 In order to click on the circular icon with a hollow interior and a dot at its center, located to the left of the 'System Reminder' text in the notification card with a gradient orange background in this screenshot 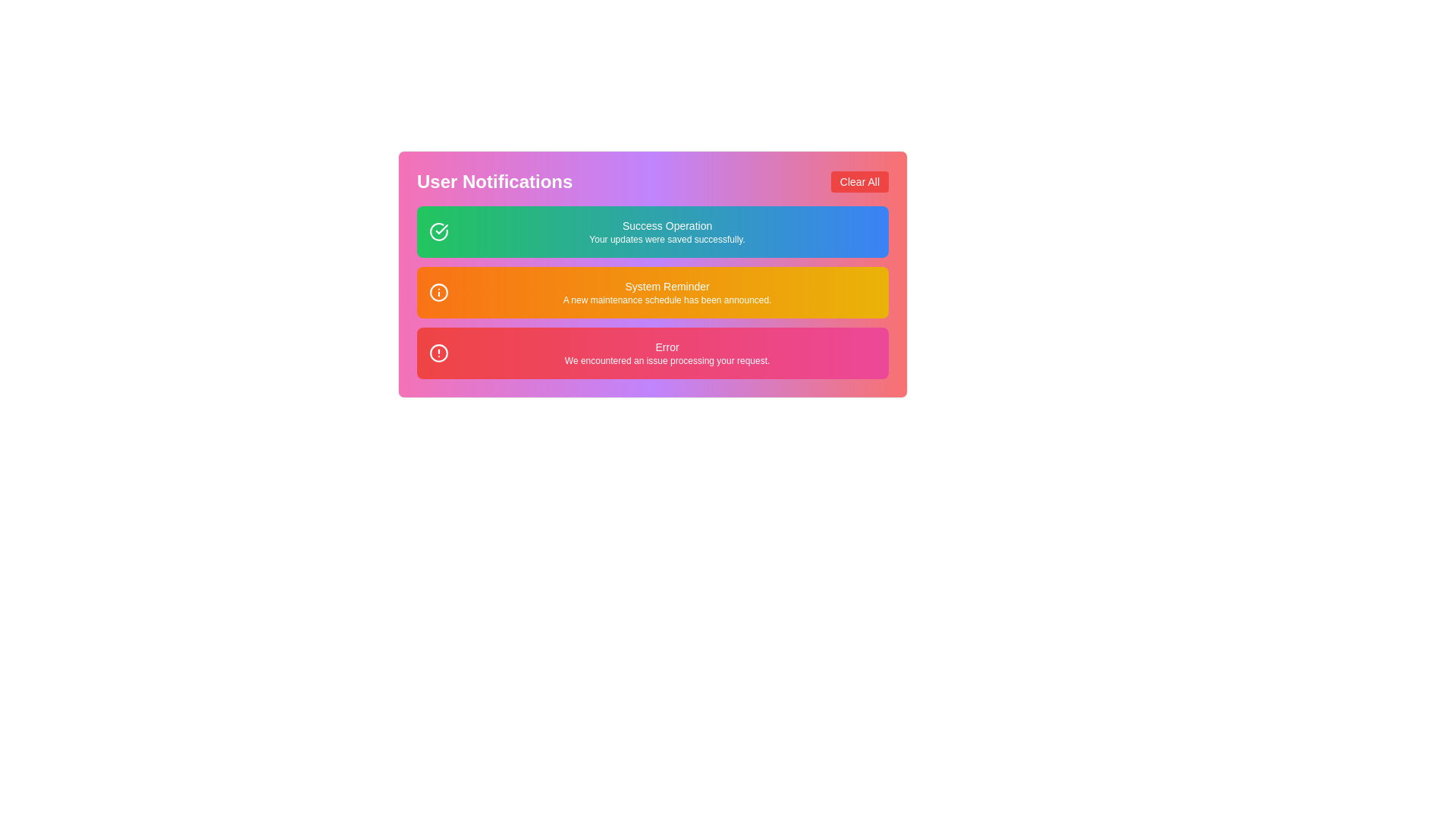, I will do `click(438, 292)`.